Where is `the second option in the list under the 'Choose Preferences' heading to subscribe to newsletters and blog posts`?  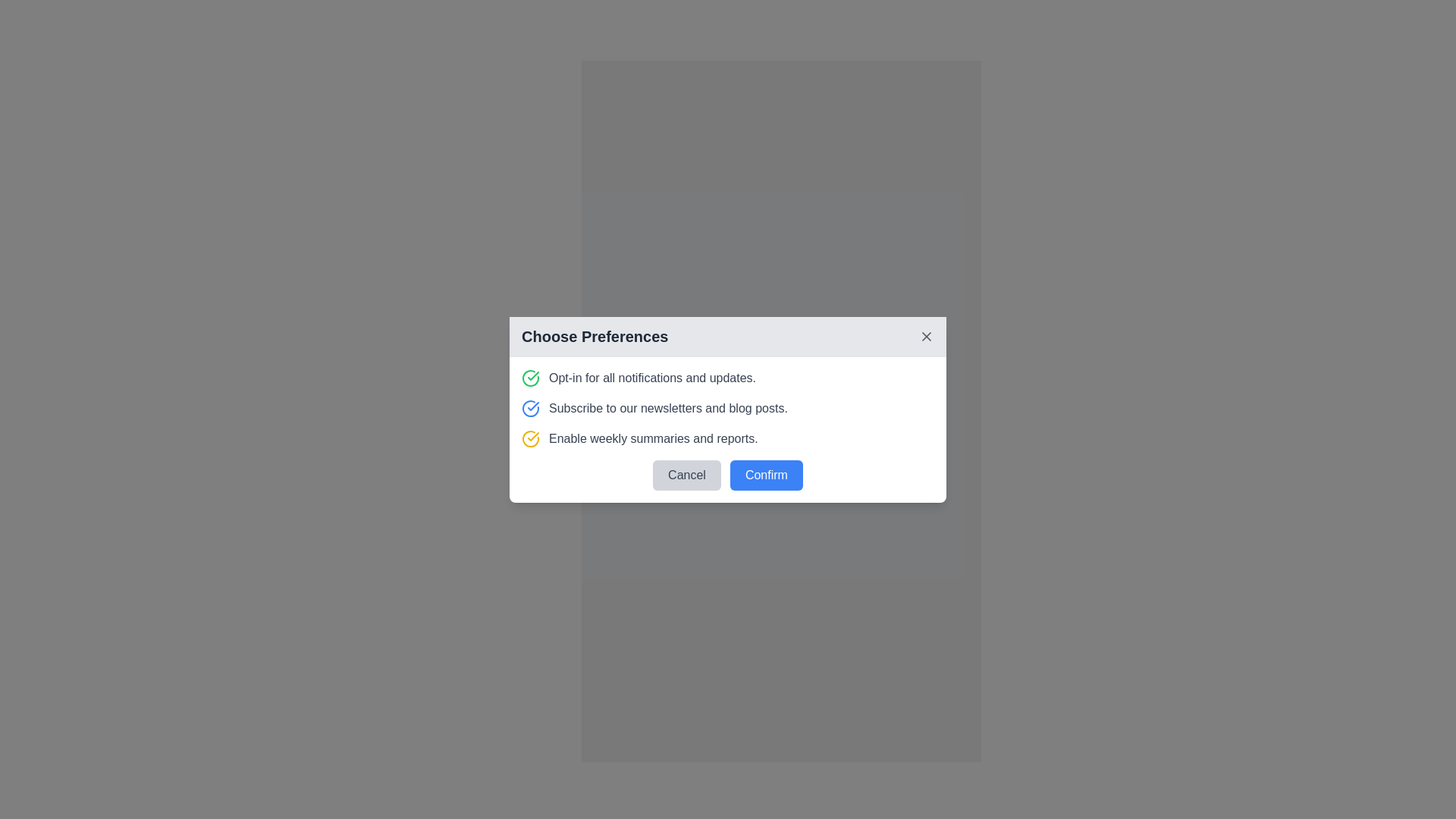 the second option in the list under the 'Choose Preferences' heading to subscribe to newsletters and blog posts is located at coordinates (728, 406).